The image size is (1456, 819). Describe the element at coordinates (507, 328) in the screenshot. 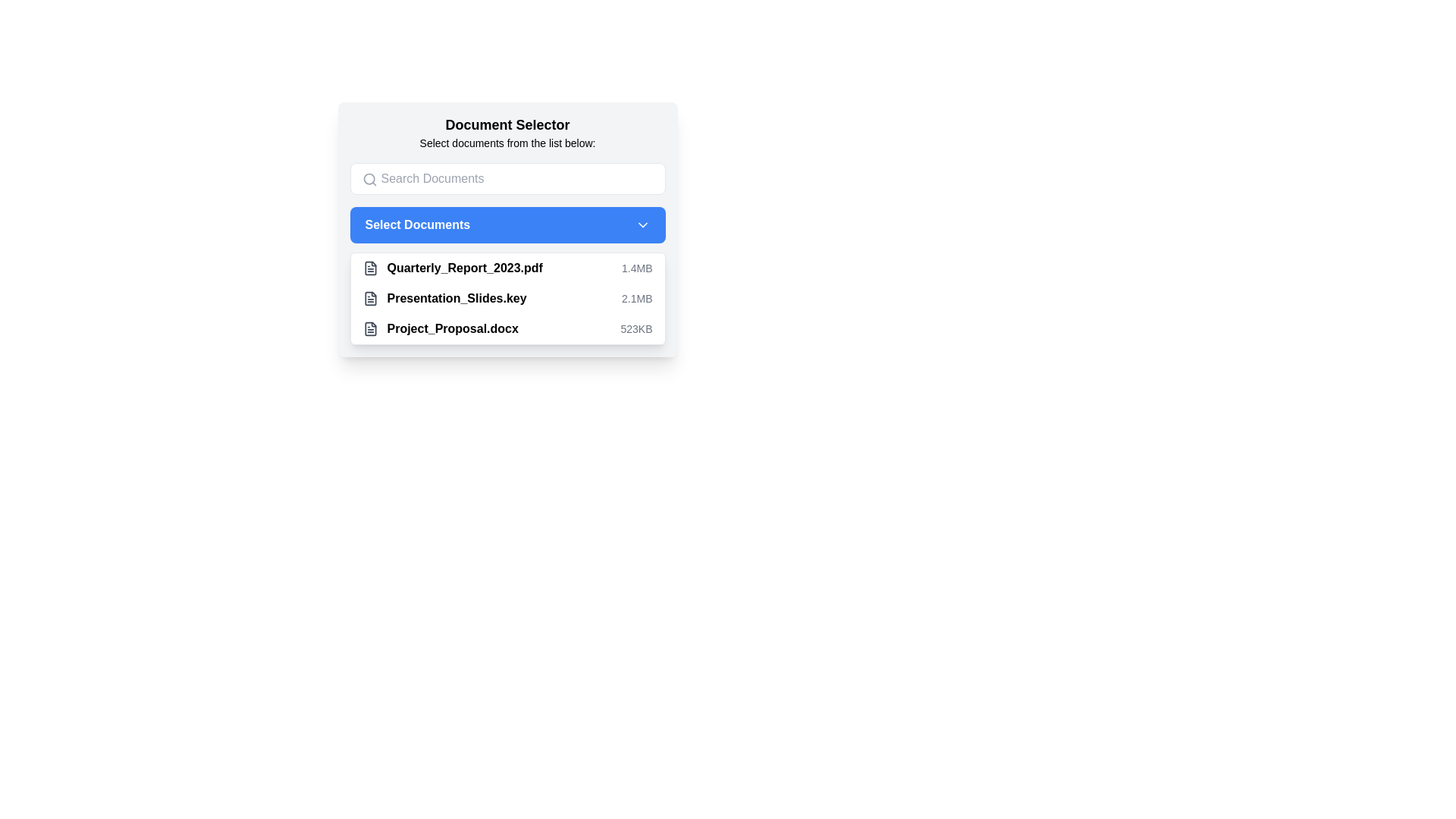

I see `the file item labeled 'Project_Proposal.docx' in the document selection interface` at that location.